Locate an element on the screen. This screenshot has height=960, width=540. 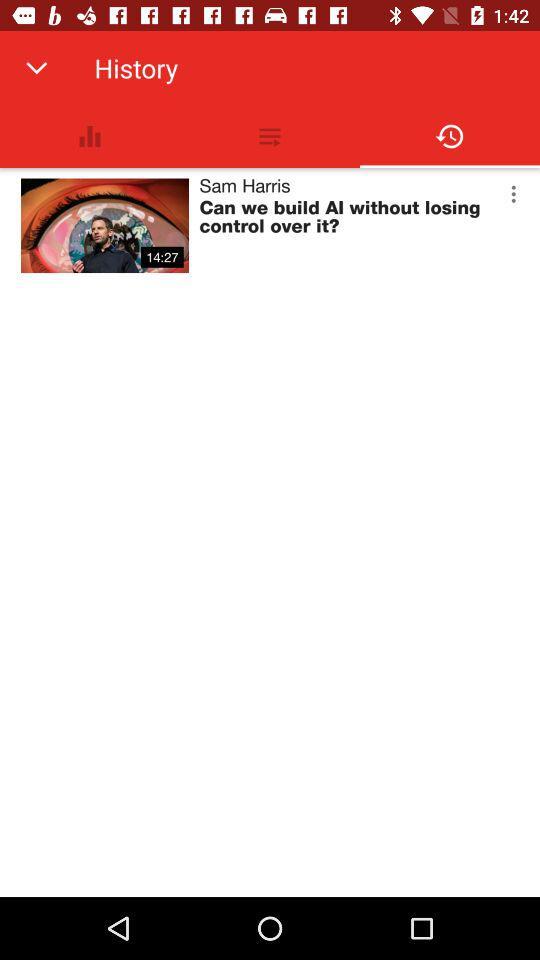
item to the left of history app is located at coordinates (36, 68).